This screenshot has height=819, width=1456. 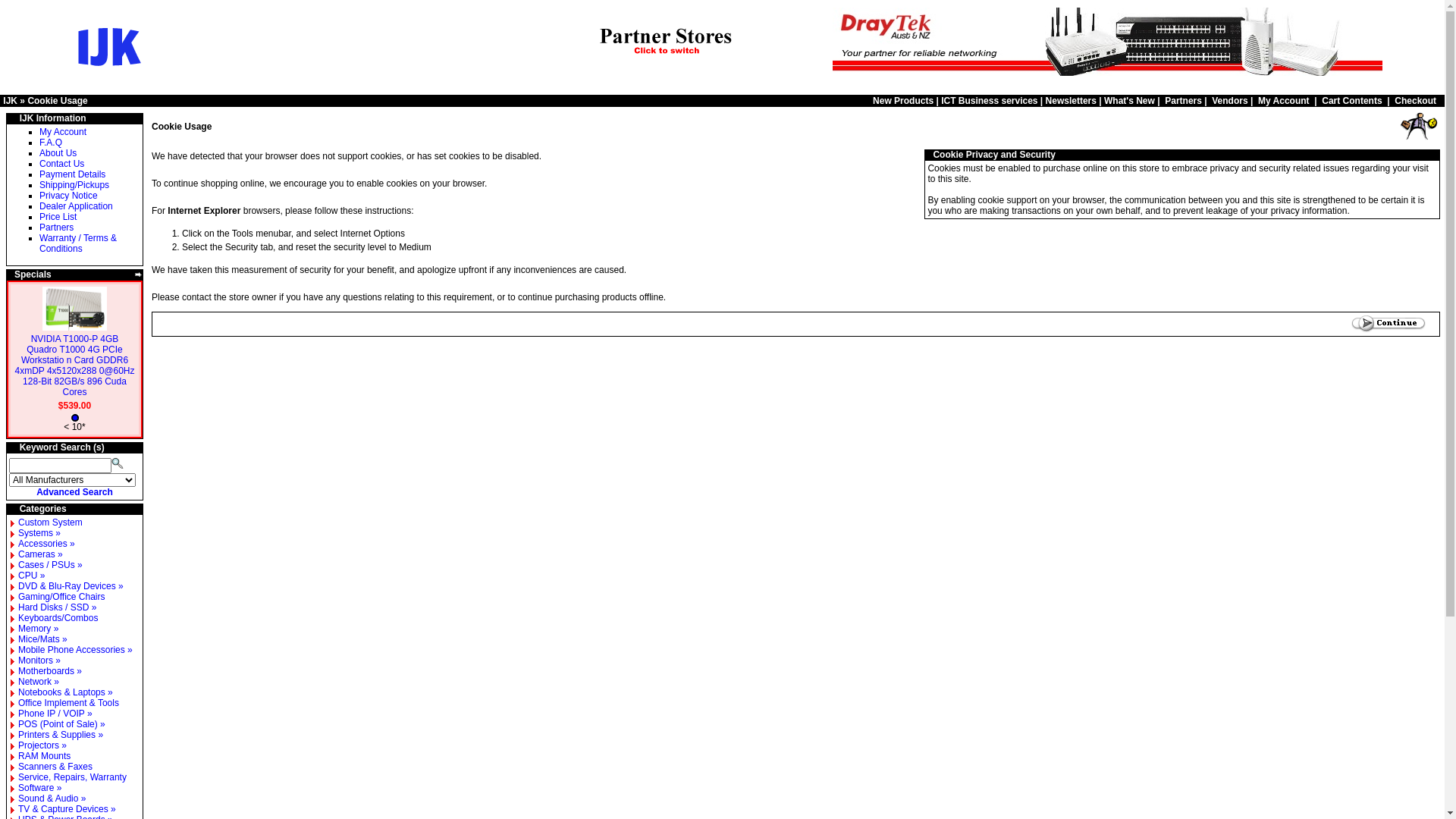 What do you see at coordinates (67, 702) in the screenshot?
I see `'Office Implement & Tools'` at bounding box center [67, 702].